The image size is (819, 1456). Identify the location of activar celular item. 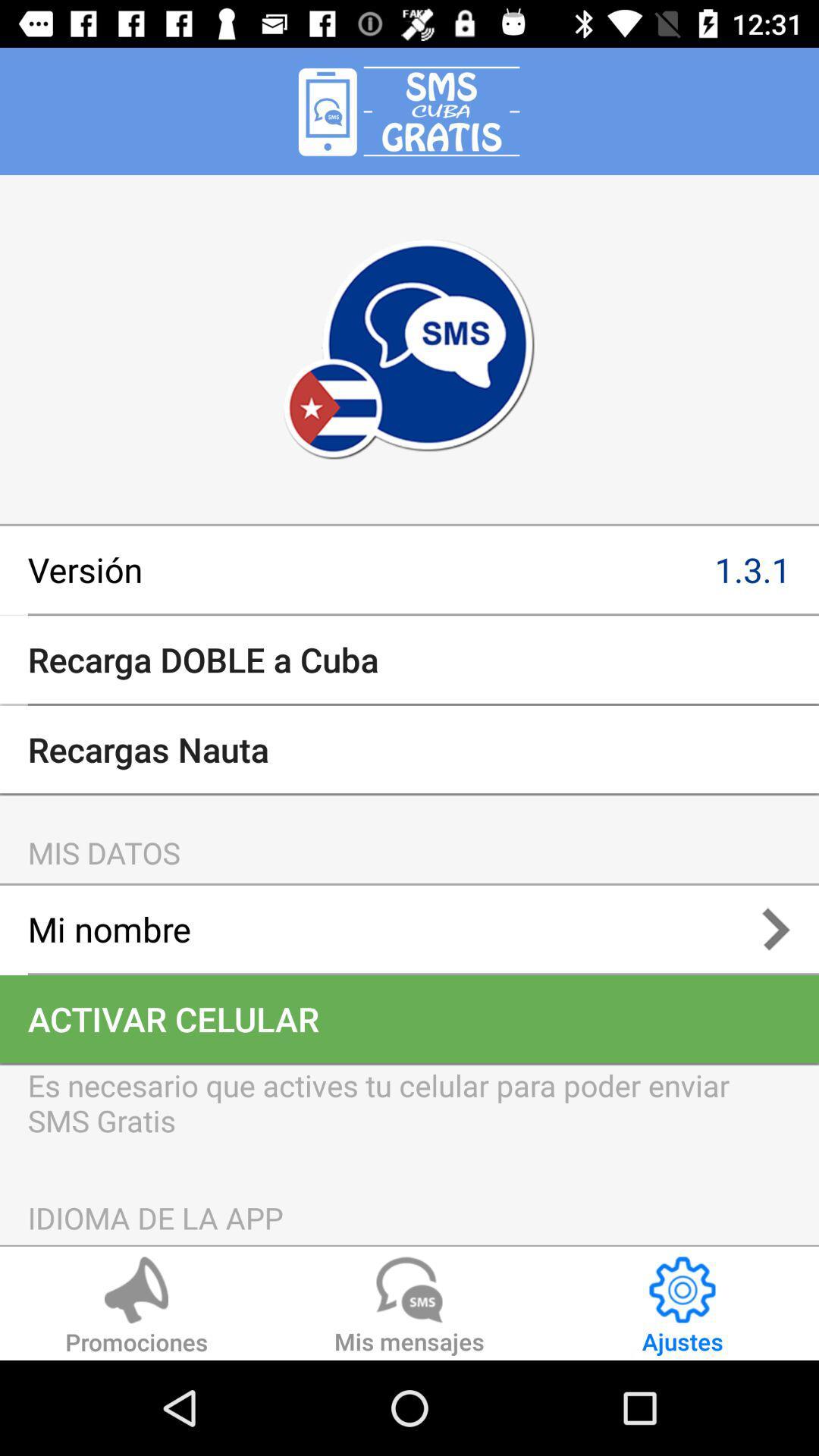
(409, 1019).